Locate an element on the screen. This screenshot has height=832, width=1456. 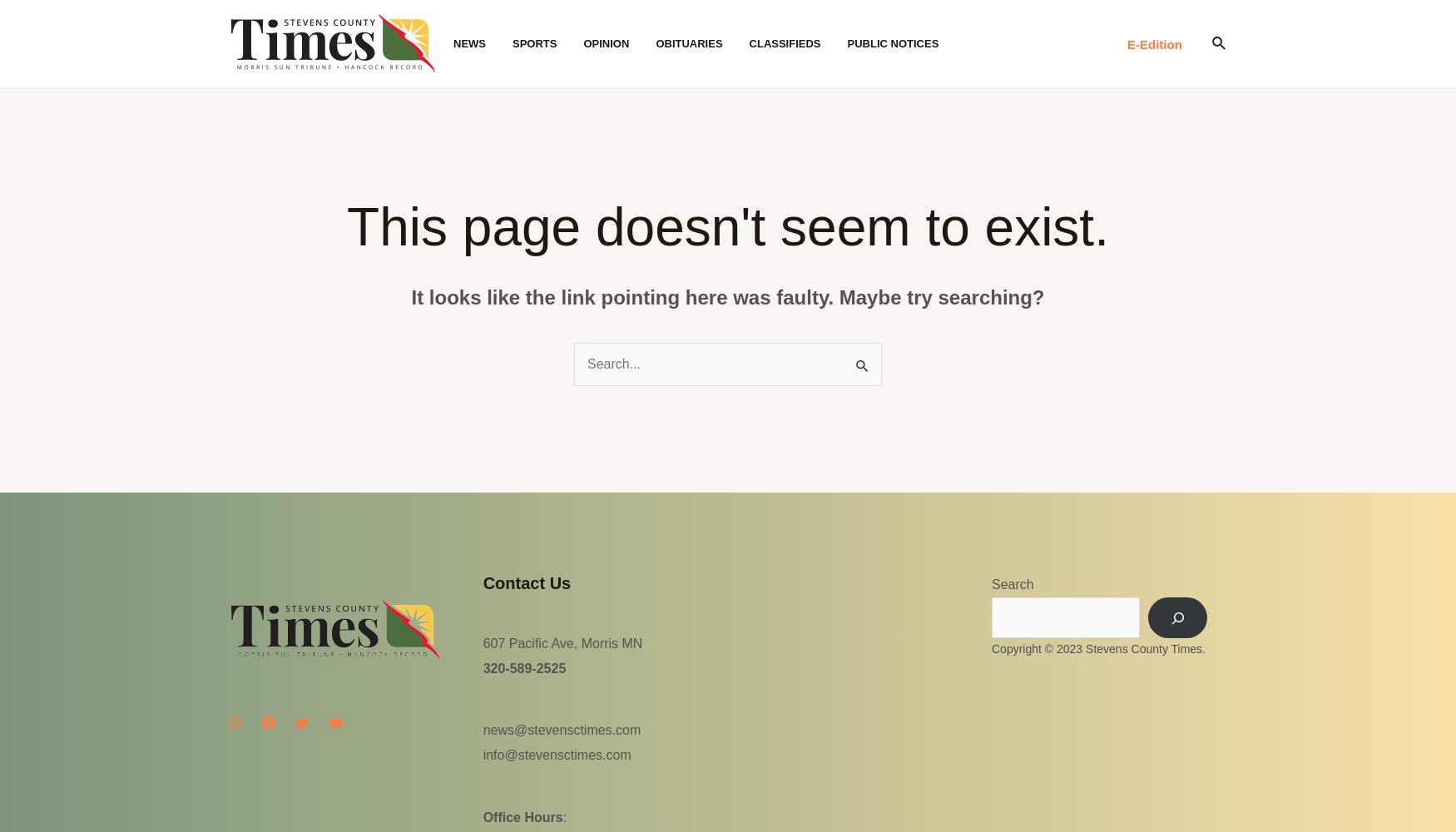
'Sports' is located at coordinates (533, 43).